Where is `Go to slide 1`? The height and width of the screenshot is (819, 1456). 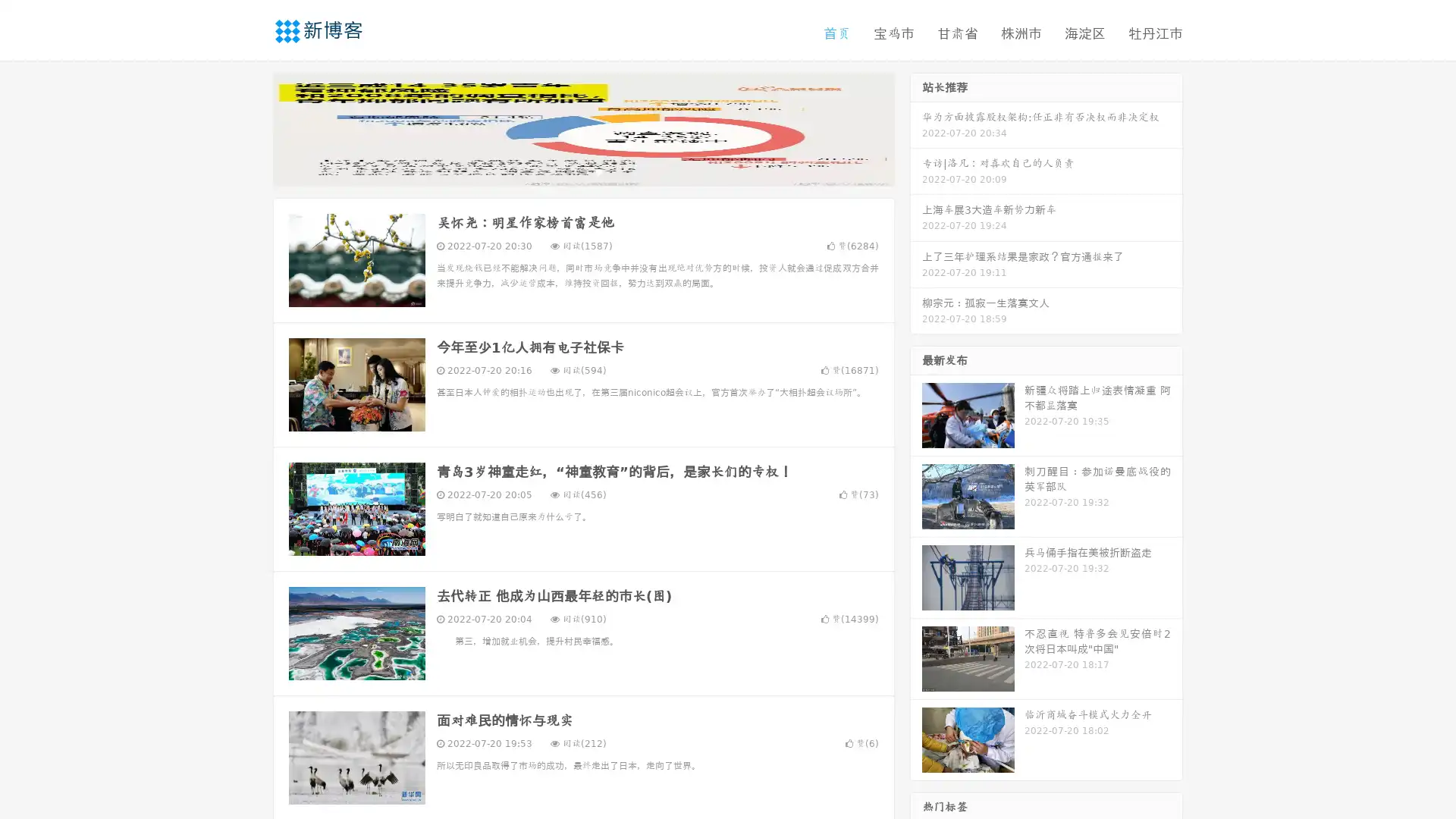
Go to slide 1 is located at coordinates (567, 171).